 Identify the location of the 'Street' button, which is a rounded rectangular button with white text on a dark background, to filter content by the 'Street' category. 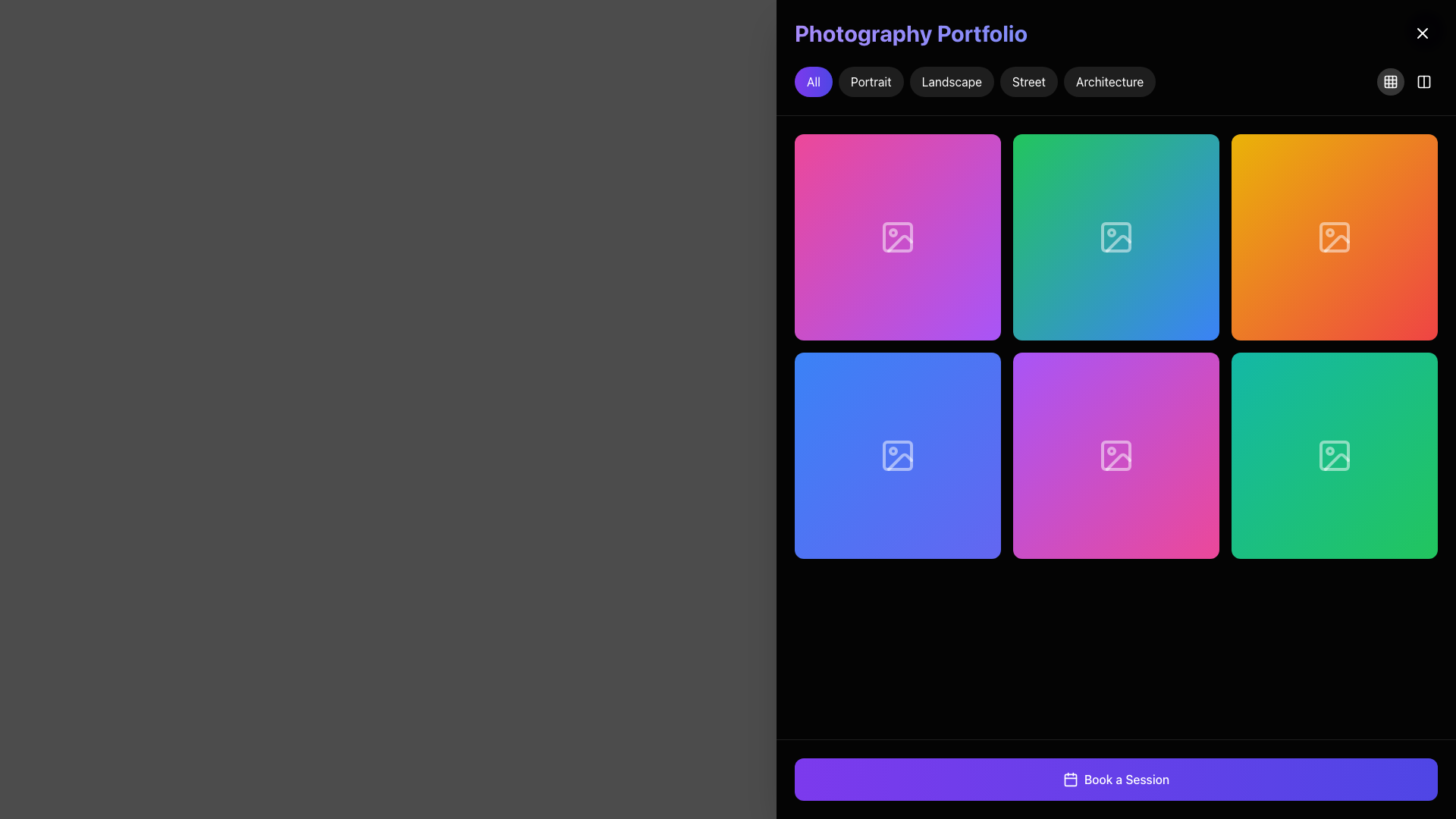
(1028, 82).